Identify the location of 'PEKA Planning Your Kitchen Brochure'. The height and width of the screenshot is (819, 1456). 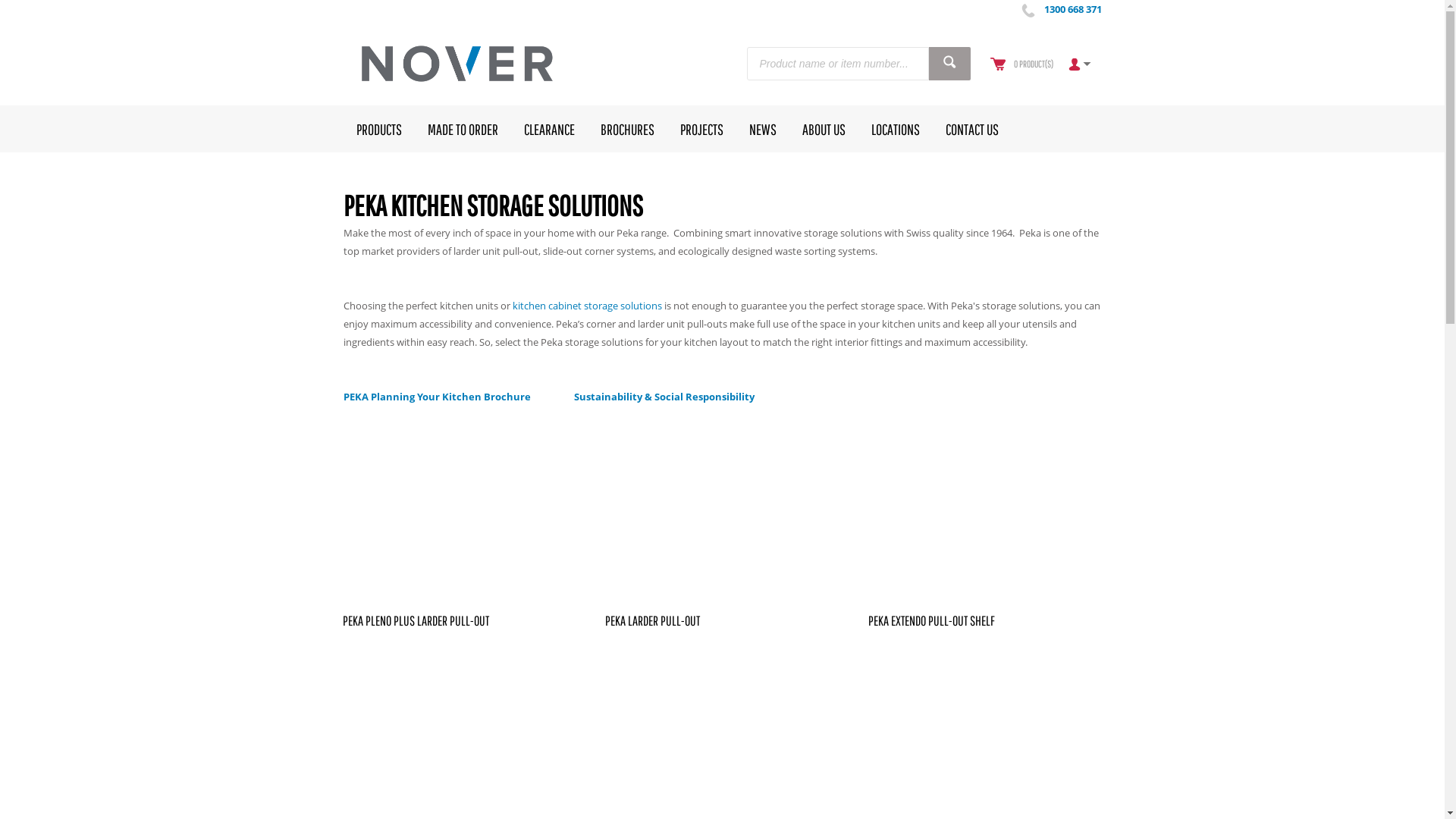
(435, 396).